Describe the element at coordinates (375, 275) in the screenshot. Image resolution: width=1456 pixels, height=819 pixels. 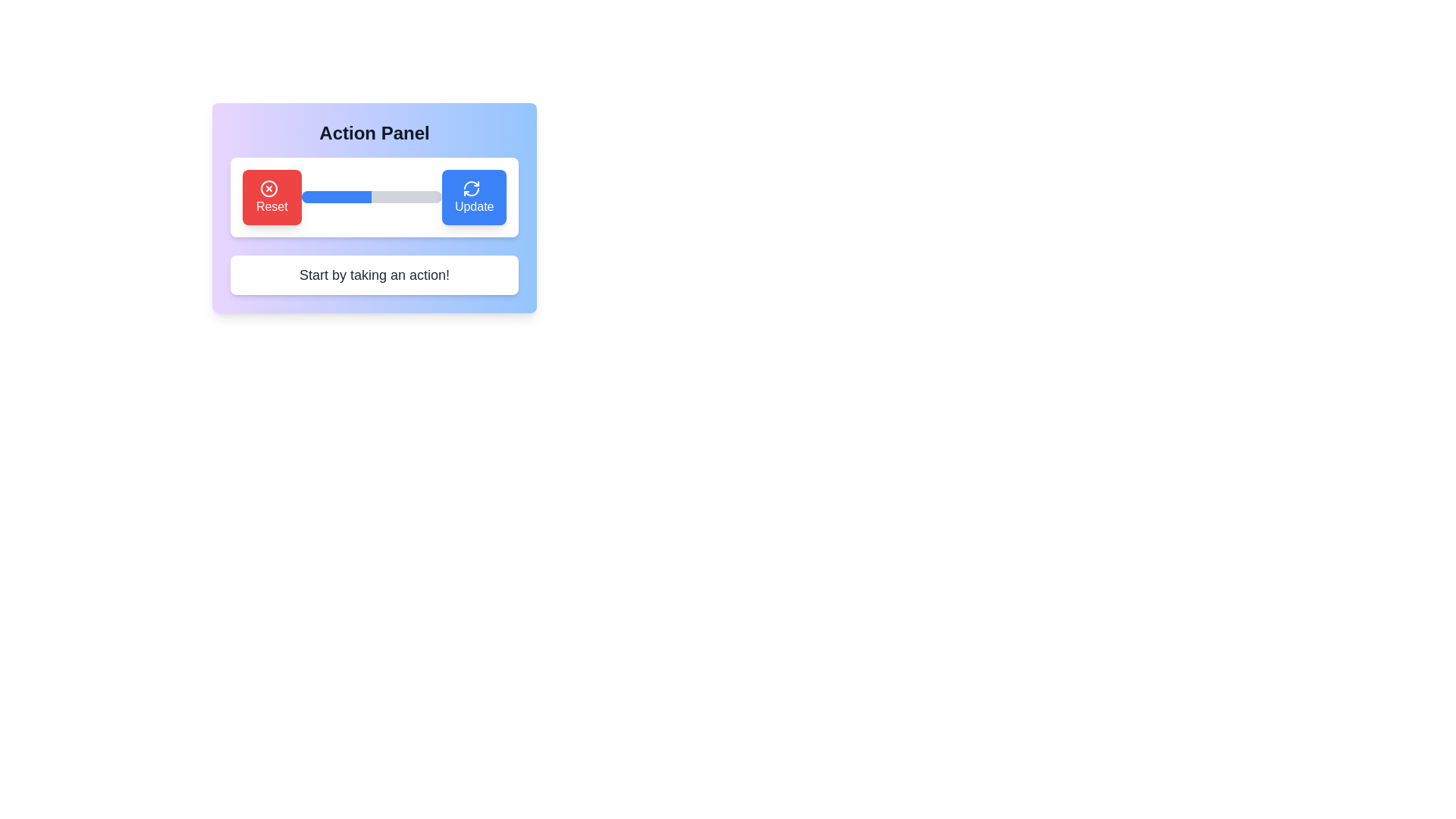
I see `the informational text box located at the bottom of the 'Action Panel', directly below the 'Reset' and 'Update' buttons and the progress bar` at that location.